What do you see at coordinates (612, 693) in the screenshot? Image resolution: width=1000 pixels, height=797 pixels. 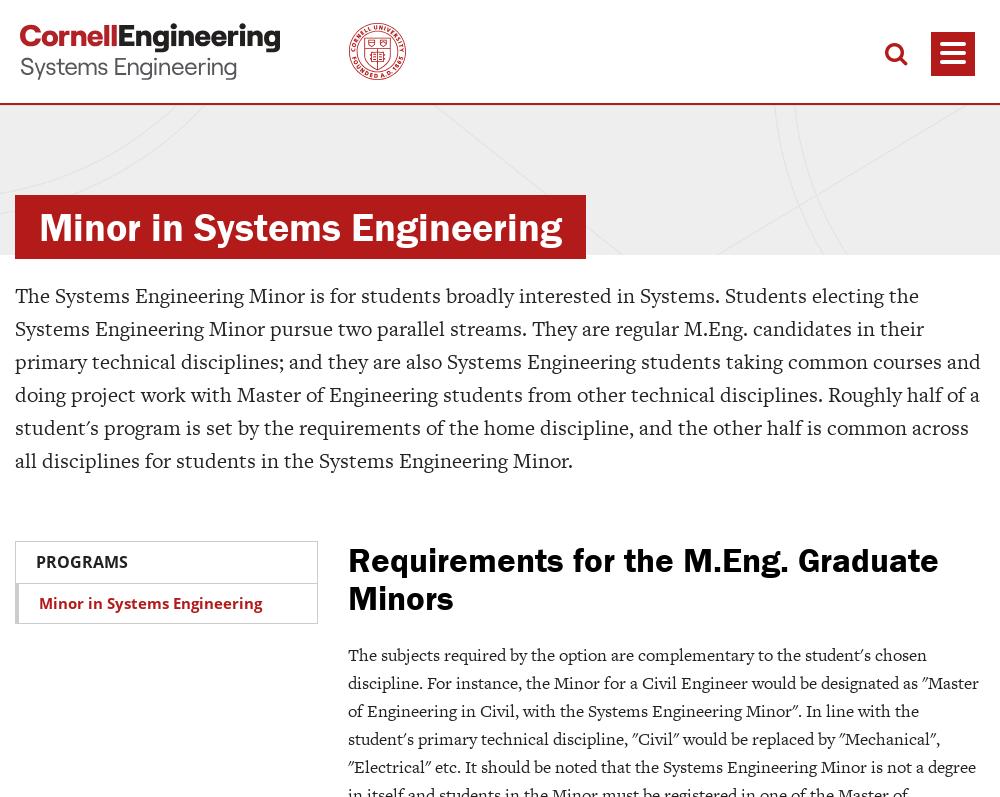 I see `'About Us'` at bounding box center [612, 693].